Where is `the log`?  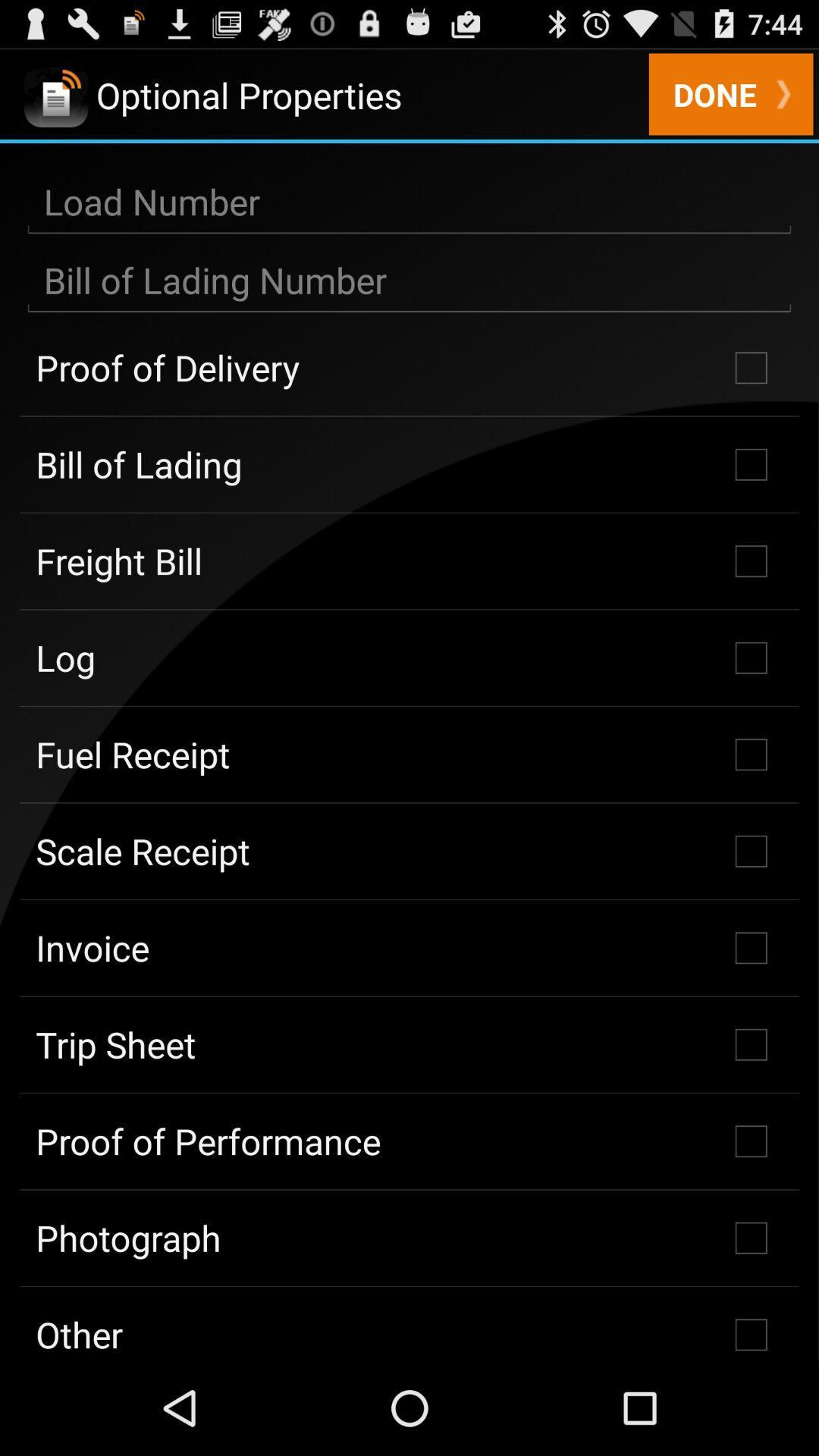 the log is located at coordinates (409, 657).